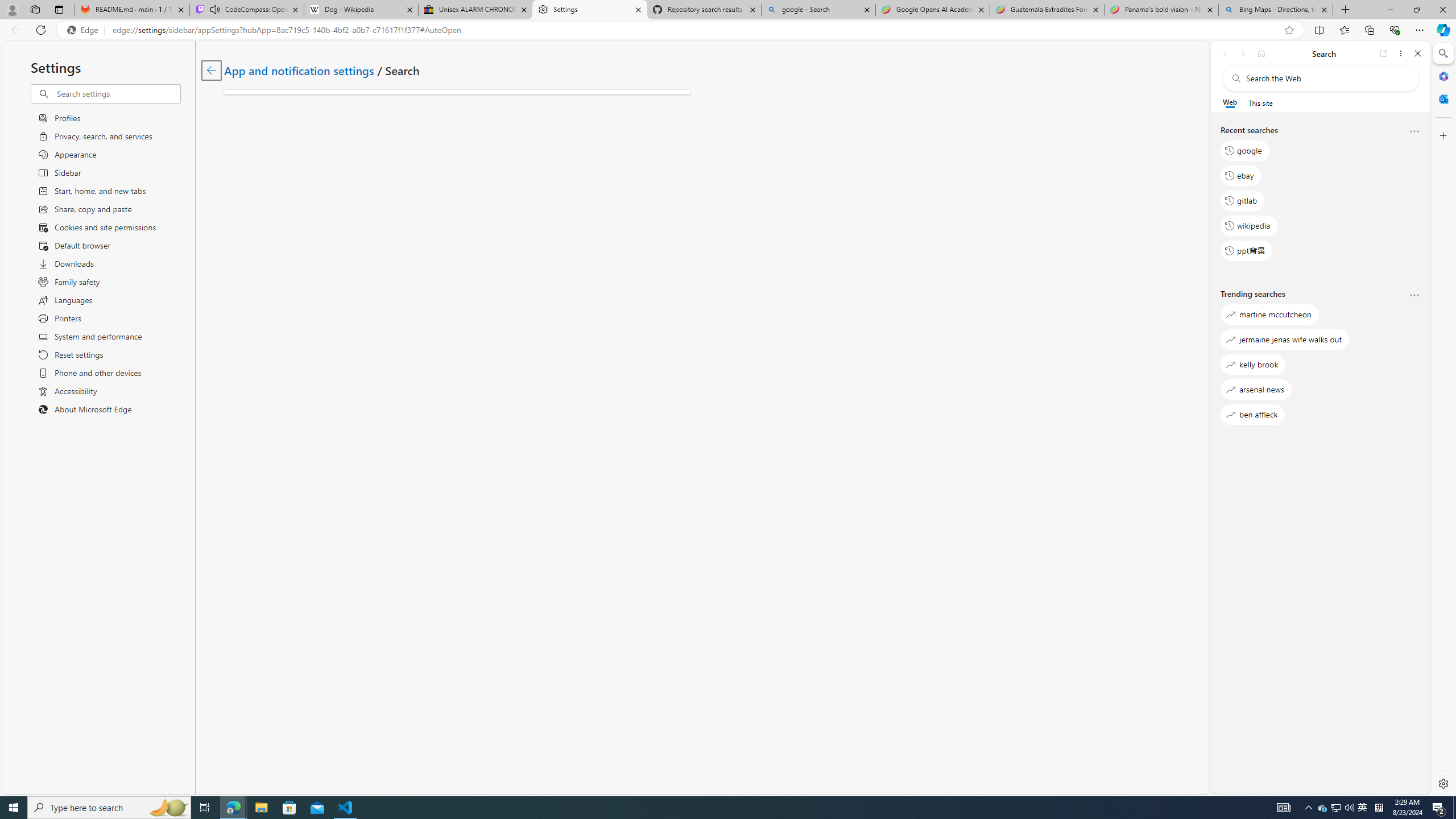 The image size is (1456, 819). What do you see at coordinates (1244, 150) in the screenshot?
I see `'google'` at bounding box center [1244, 150].